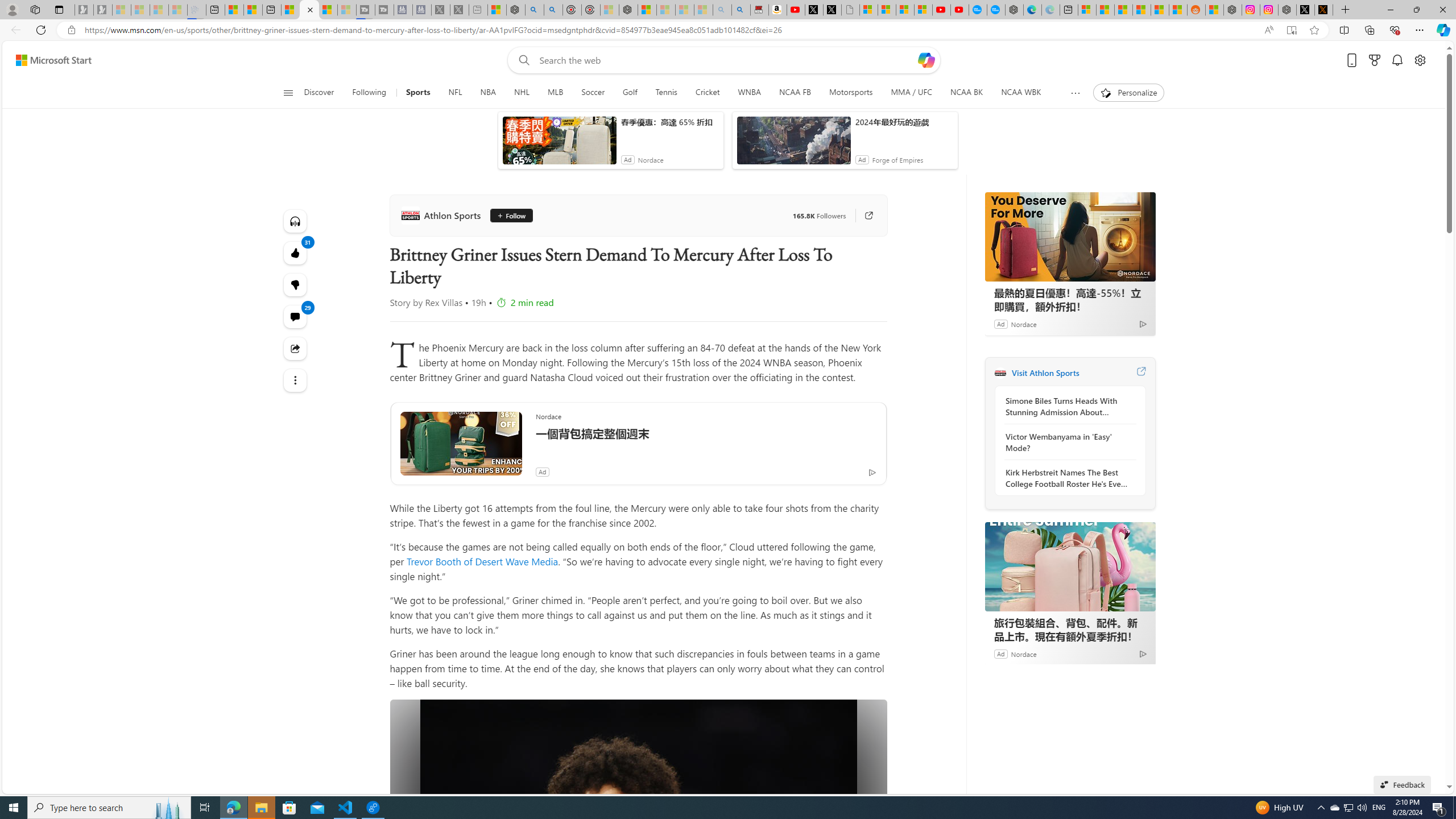 Image resolution: width=1456 pixels, height=819 pixels. What do you see at coordinates (370, 92) in the screenshot?
I see `'Following'` at bounding box center [370, 92].